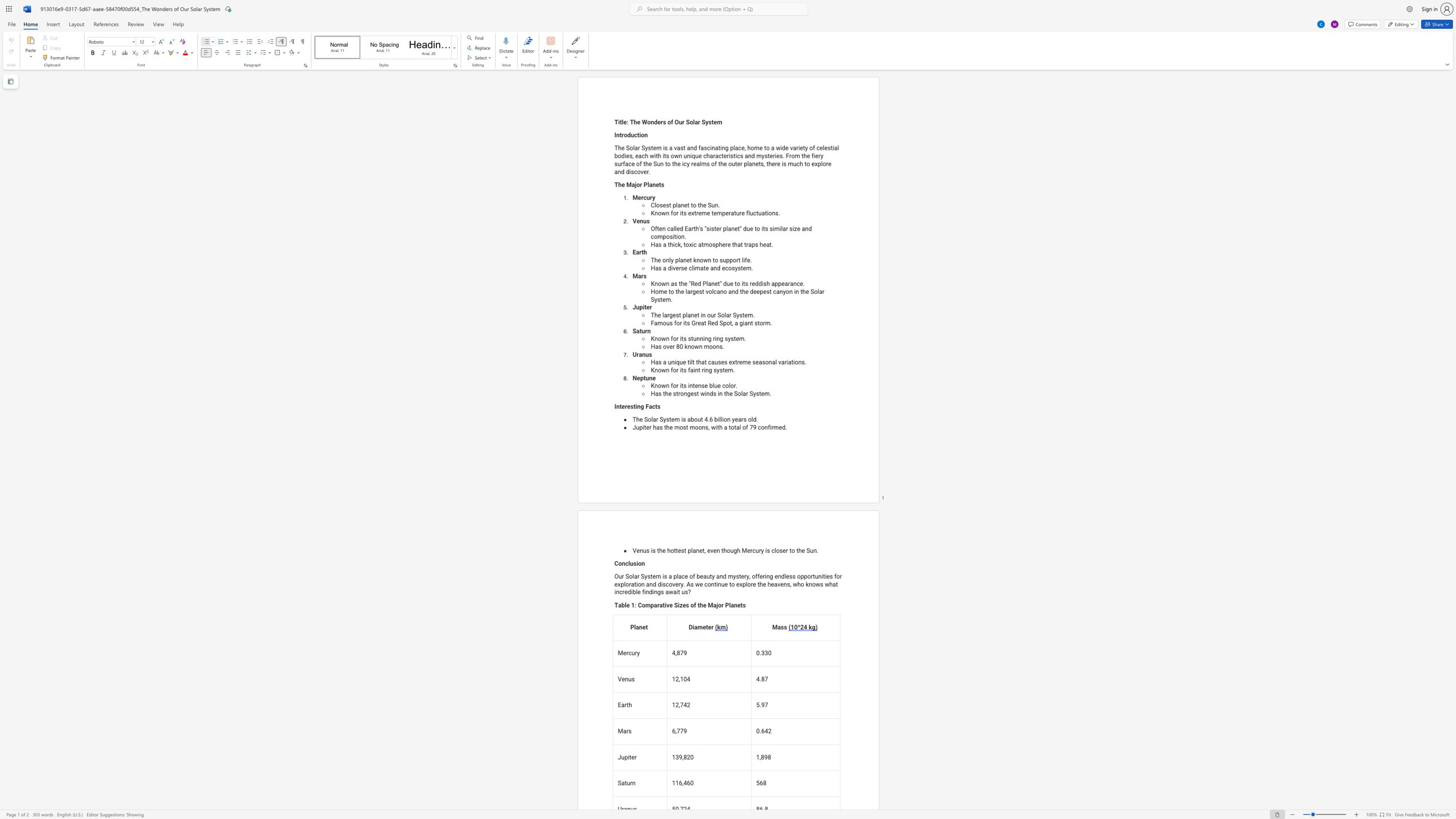 The height and width of the screenshot is (819, 1456). Describe the element at coordinates (726, 244) in the screenshot. I see `the 1th character "r" in the text` at that location.